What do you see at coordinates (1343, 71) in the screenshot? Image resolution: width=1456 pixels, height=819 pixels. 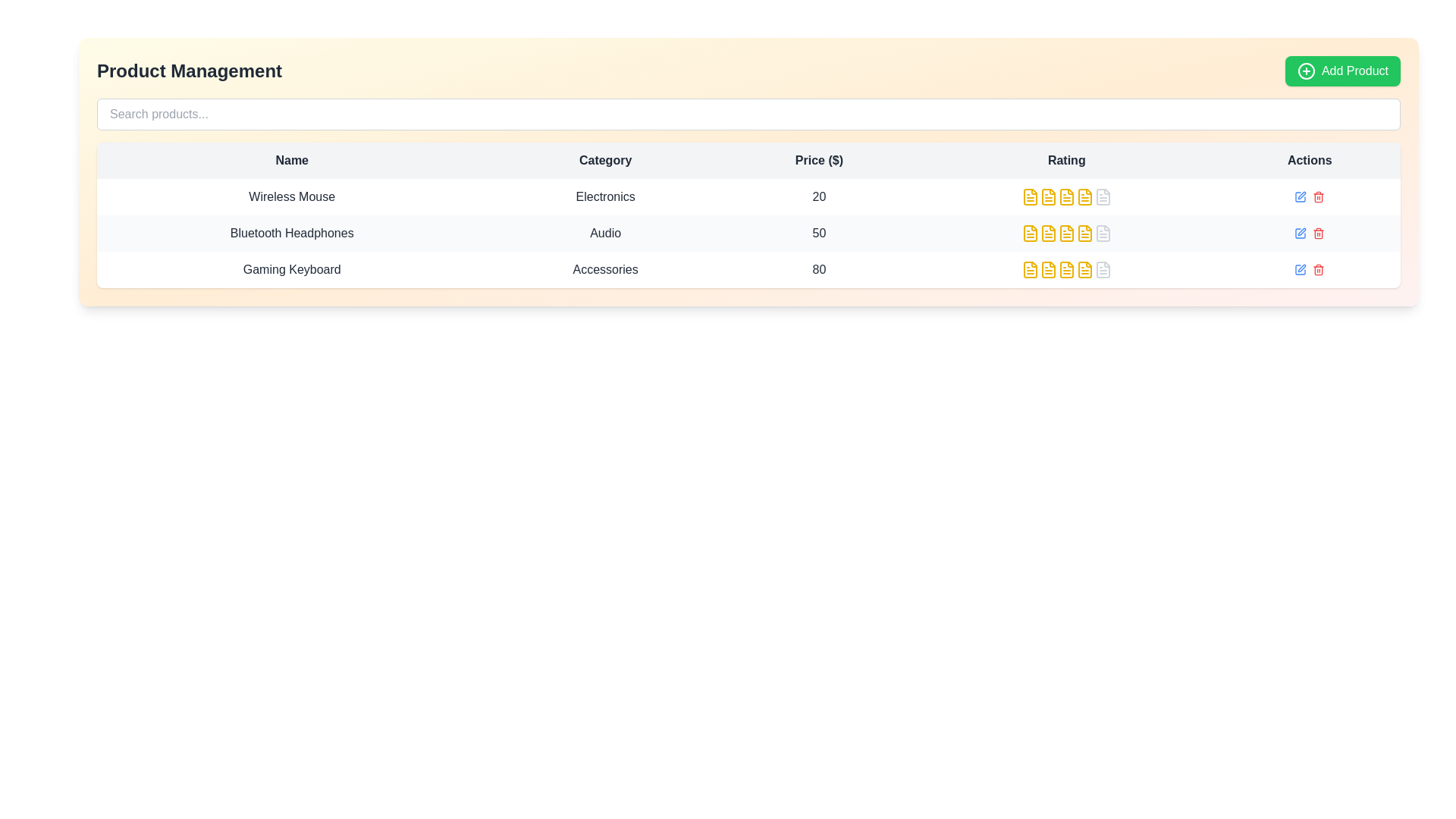 I see `the 'Add Product' button` at bounding box center [1343, 71].